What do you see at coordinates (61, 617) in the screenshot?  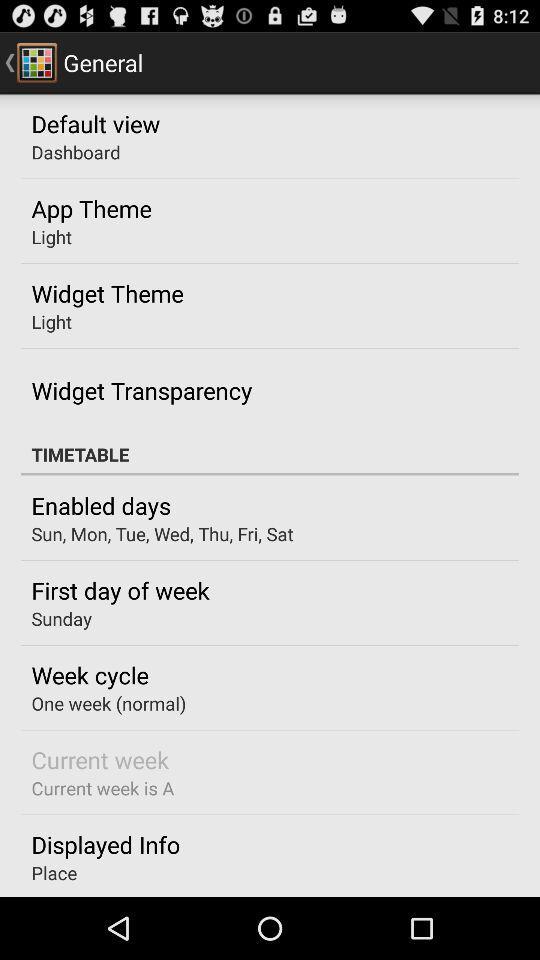 I see `the item below the first day of` at bounding box center [61, 617].